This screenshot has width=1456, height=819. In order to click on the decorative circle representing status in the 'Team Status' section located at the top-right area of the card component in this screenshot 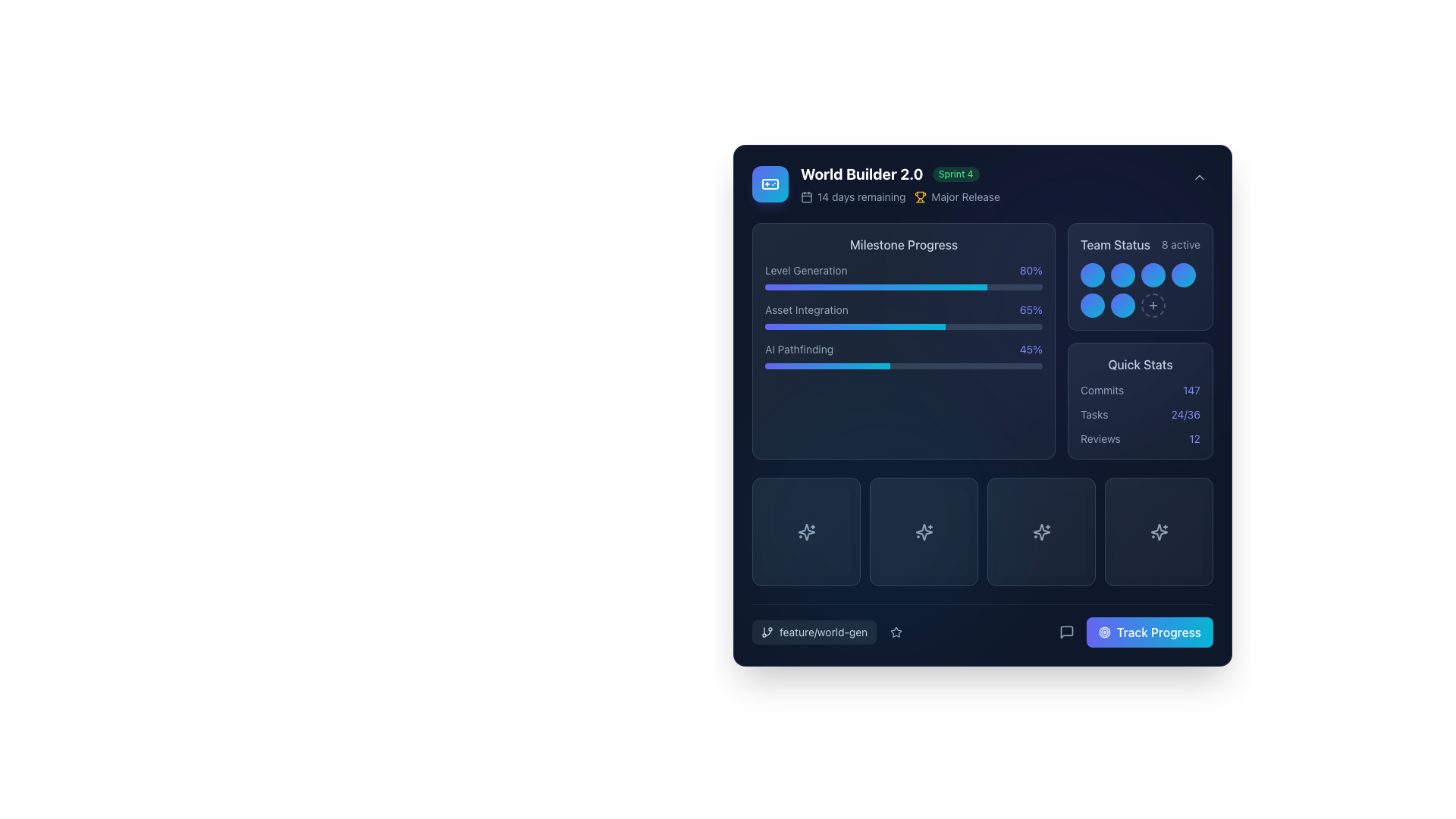, I will do `click(1123, 275)`.